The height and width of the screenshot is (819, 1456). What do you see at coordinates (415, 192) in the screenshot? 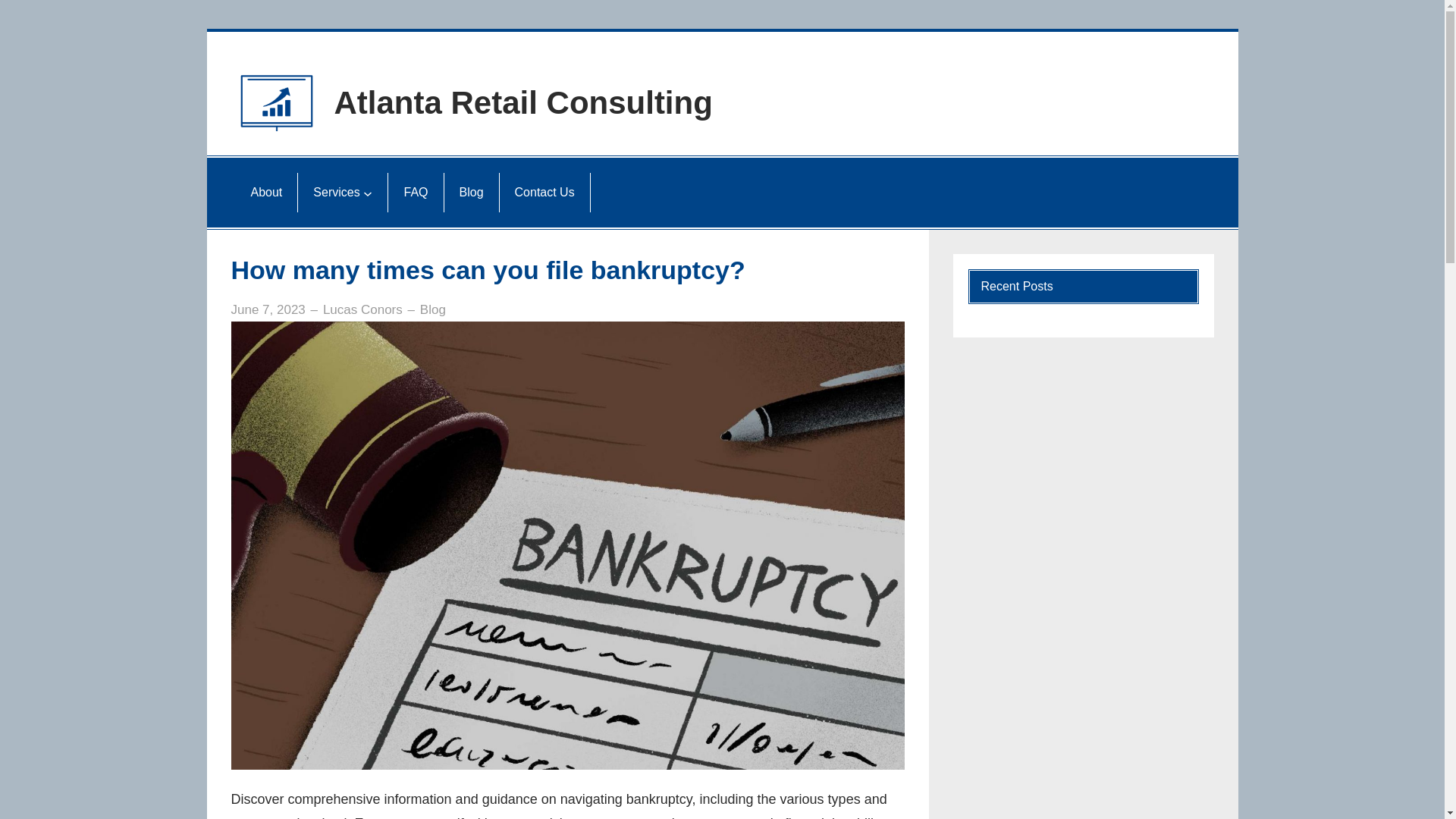
I see `'FAQ'` at bounding box center [415, 192].